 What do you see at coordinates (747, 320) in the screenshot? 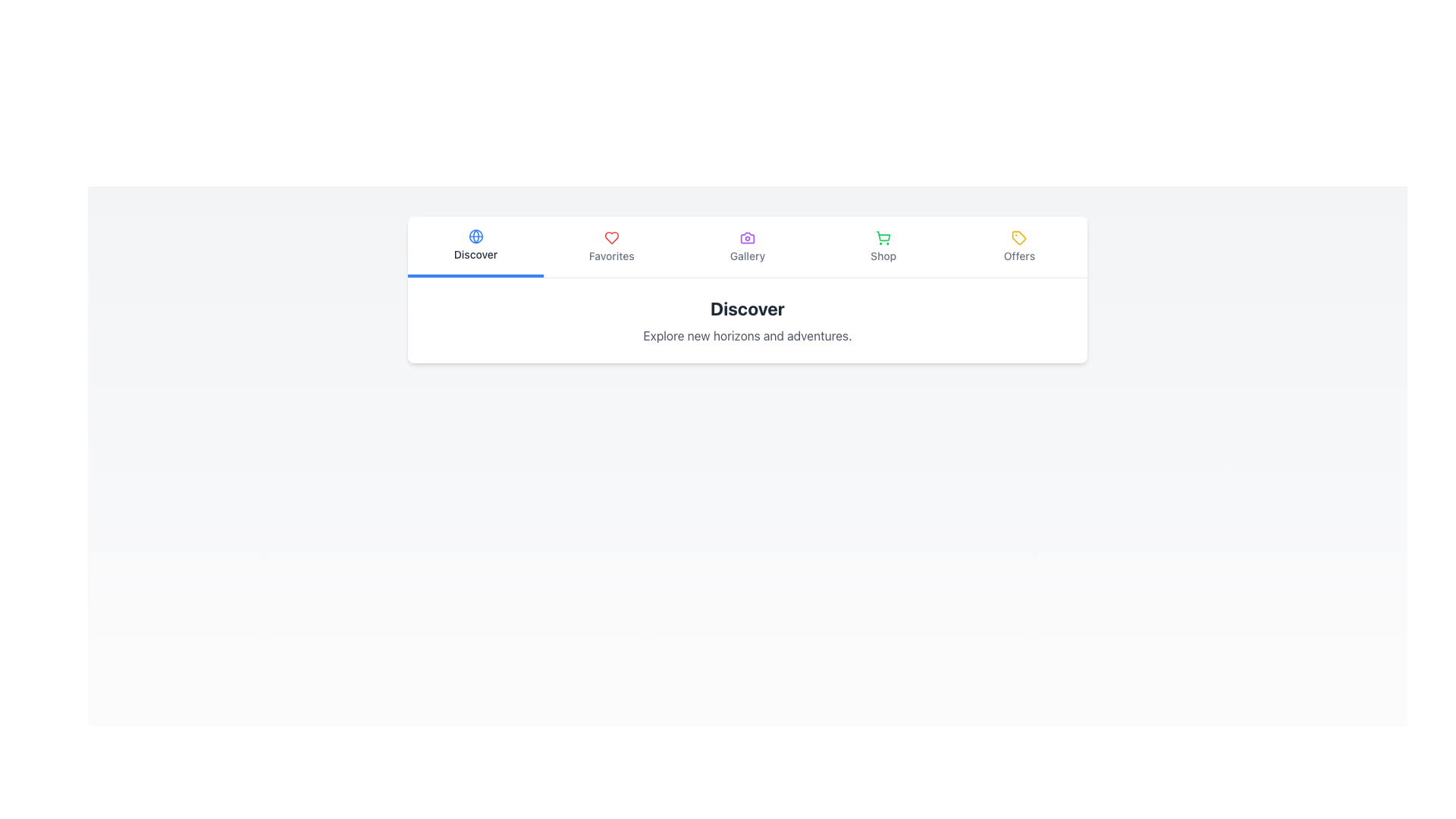
I see `the Header element that contains the bold 'Discover' text and the subtitle 'Explore new horizons and adventures.'` at bounding box center [747, 320].